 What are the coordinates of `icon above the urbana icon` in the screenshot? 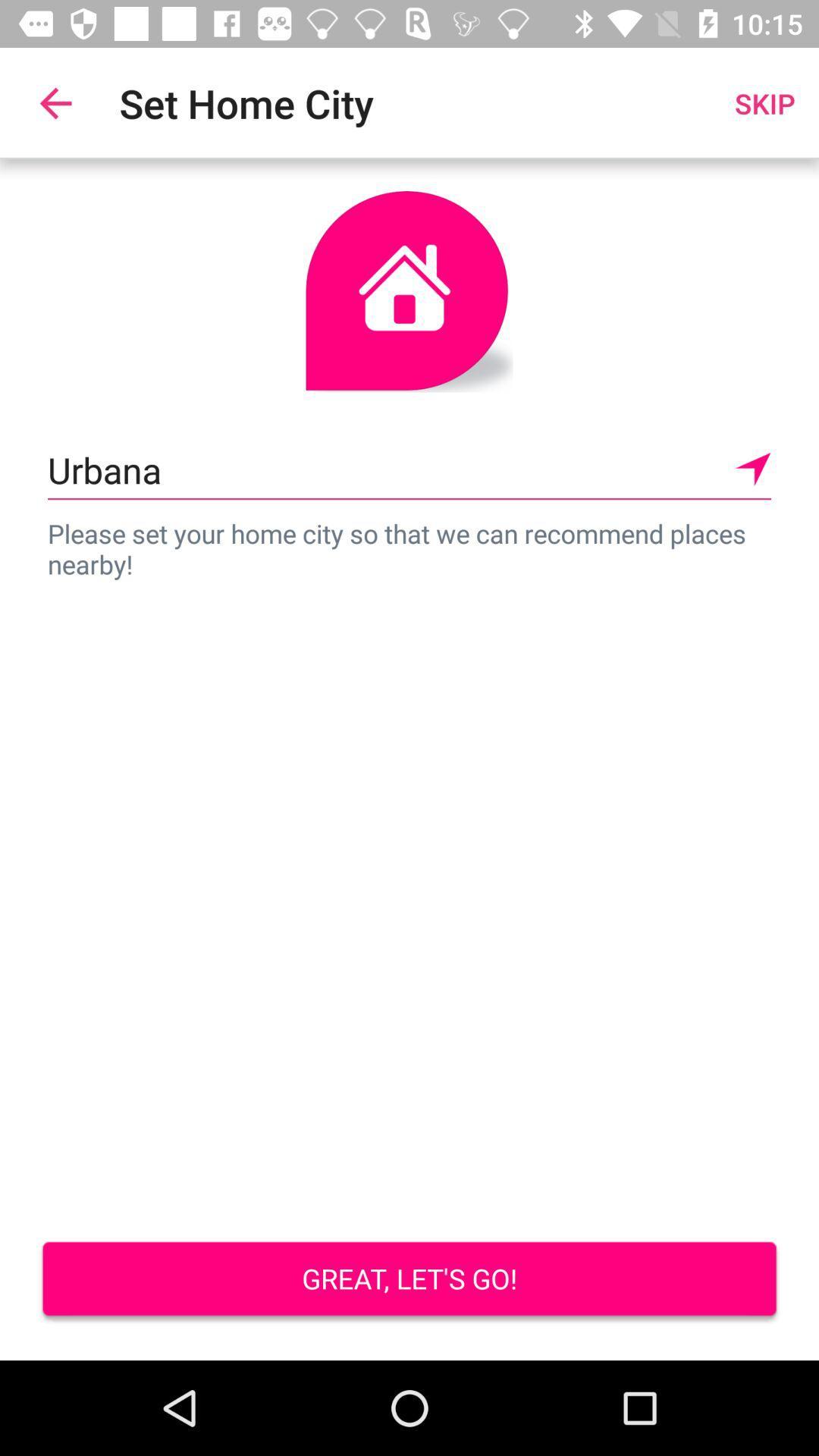 It's located at (764, 102).